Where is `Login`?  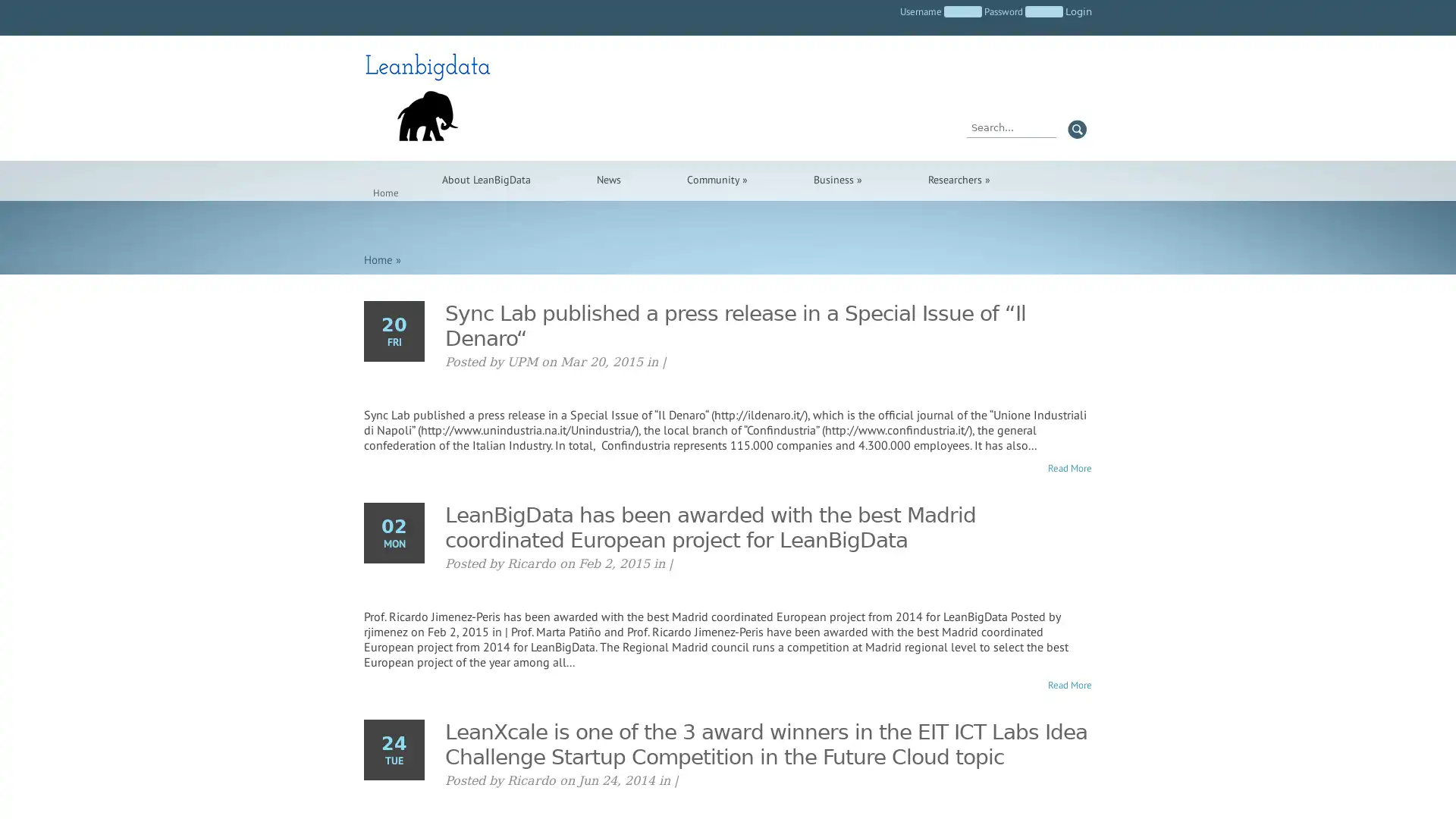
Login is located at coordinates (1078, 11).